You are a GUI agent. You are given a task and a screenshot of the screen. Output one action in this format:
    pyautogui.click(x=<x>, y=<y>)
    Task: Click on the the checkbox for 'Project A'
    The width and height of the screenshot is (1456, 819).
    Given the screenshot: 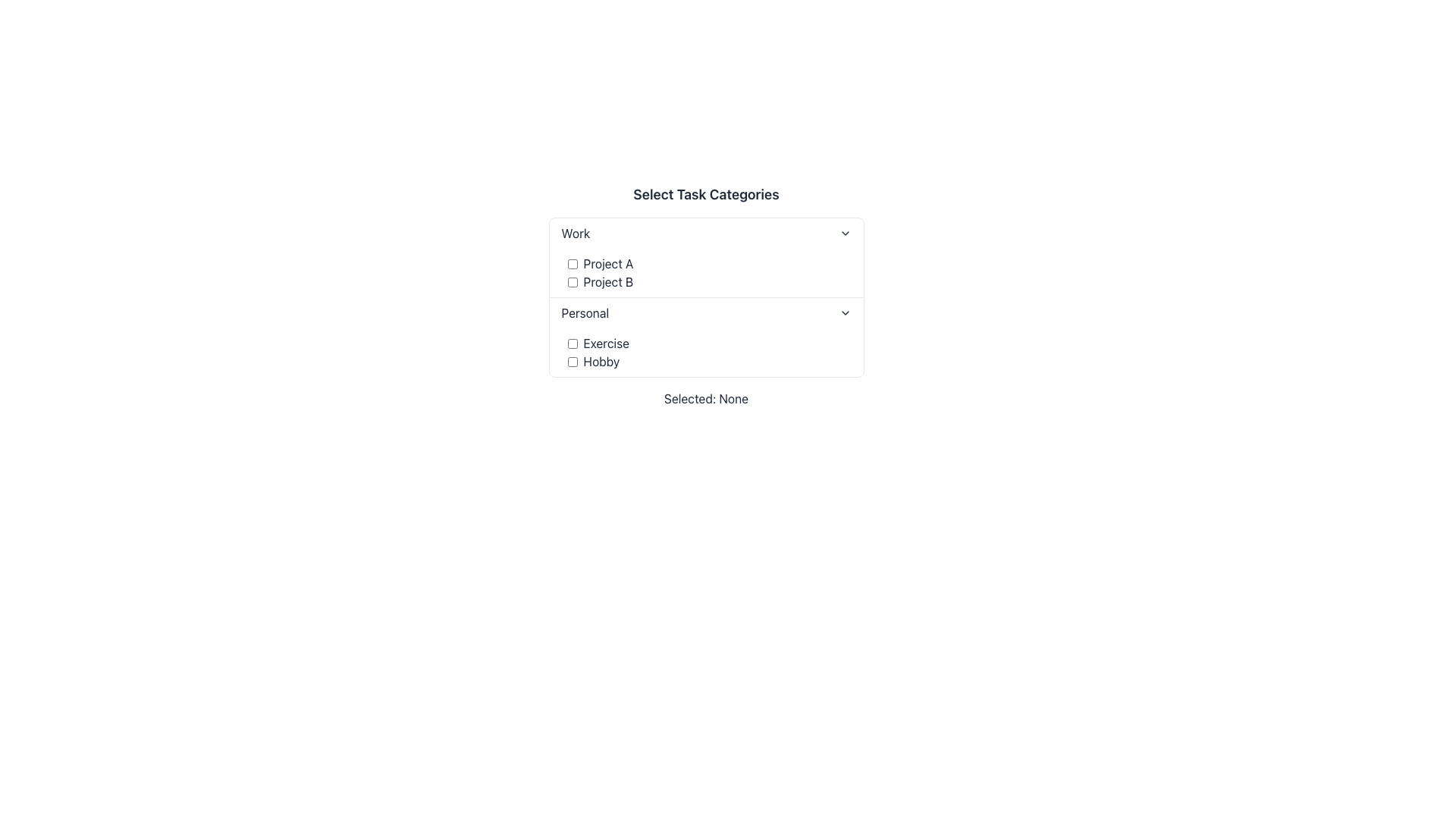 What is the action you would take?
    pyautogui.click(x=571, y=262)
    